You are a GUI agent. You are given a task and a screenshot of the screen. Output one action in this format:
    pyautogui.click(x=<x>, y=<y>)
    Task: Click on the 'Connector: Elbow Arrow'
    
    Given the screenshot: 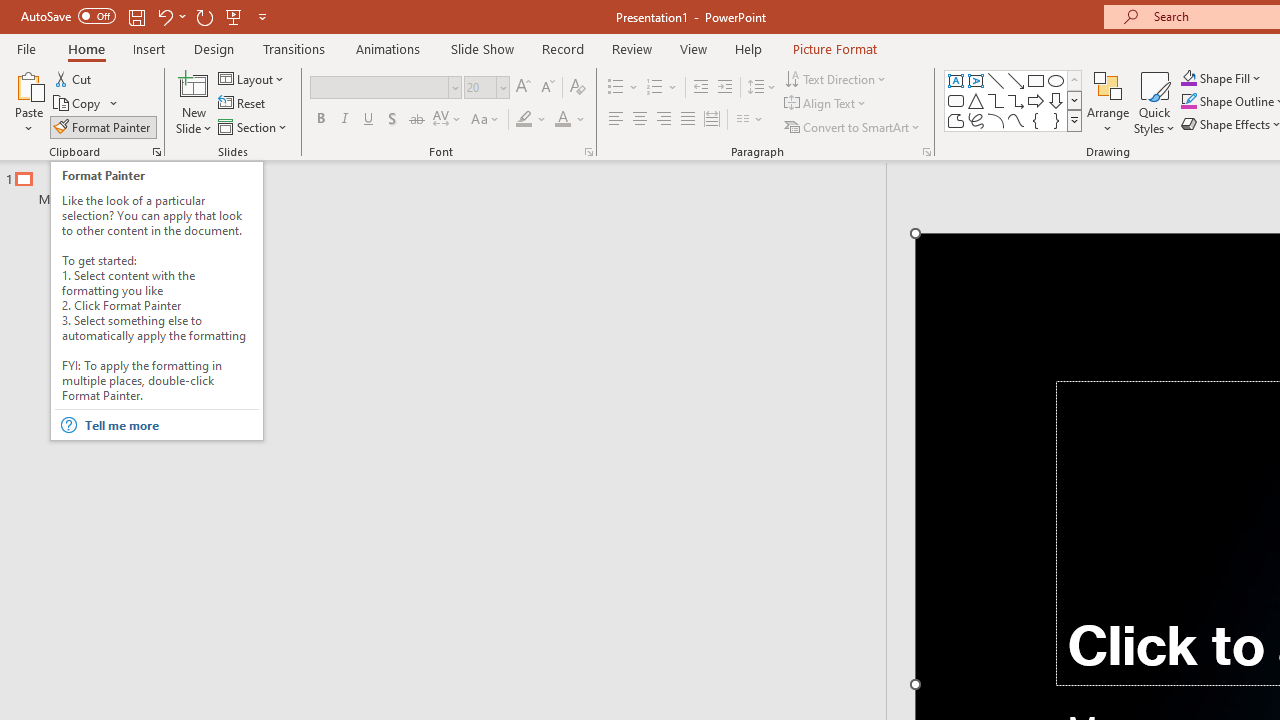 What is the action you would take?
    pyautogui.click(x=1016, y=100)
    